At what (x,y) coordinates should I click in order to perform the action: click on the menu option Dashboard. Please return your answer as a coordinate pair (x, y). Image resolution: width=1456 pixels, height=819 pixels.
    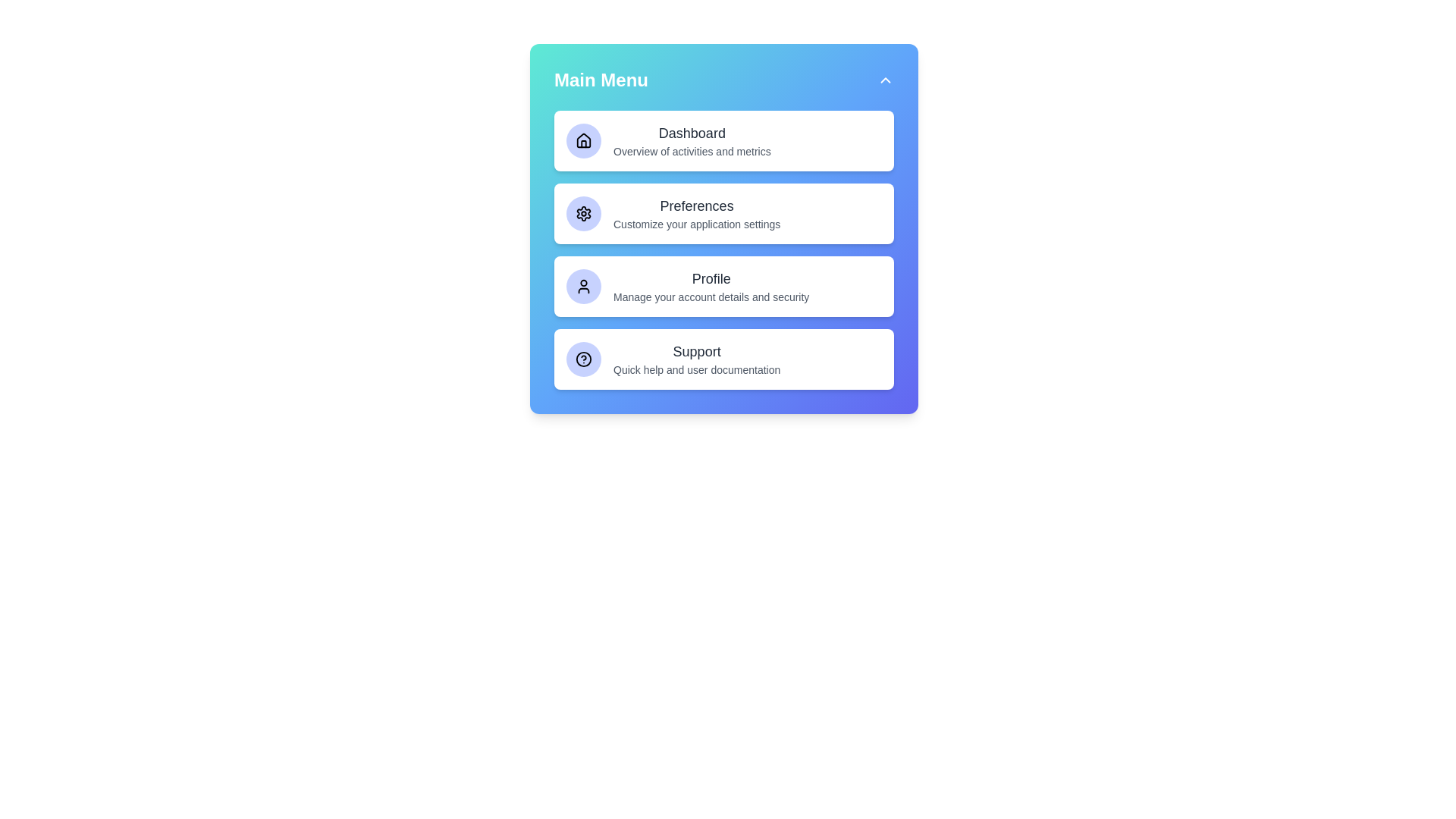
    Looking at the image, I should click on (723, 140).